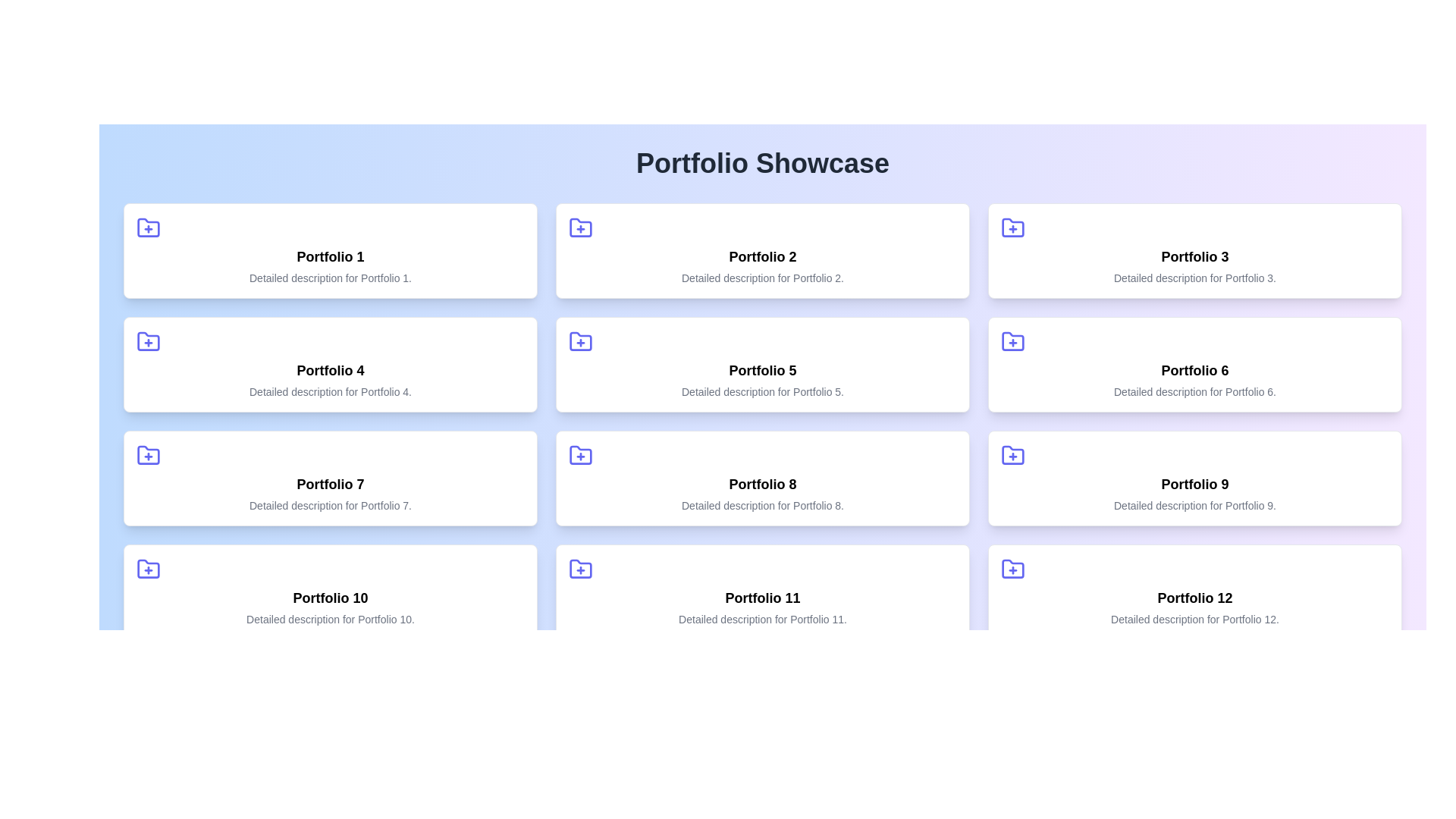 This screenshot has height=819, width=1456. Describe the element at coordinates (1012, 227) in the screenshot. I see `the plus icon located in the top-right area of the 'Portfolio 3' grid element to initiate folder addition` at that location.